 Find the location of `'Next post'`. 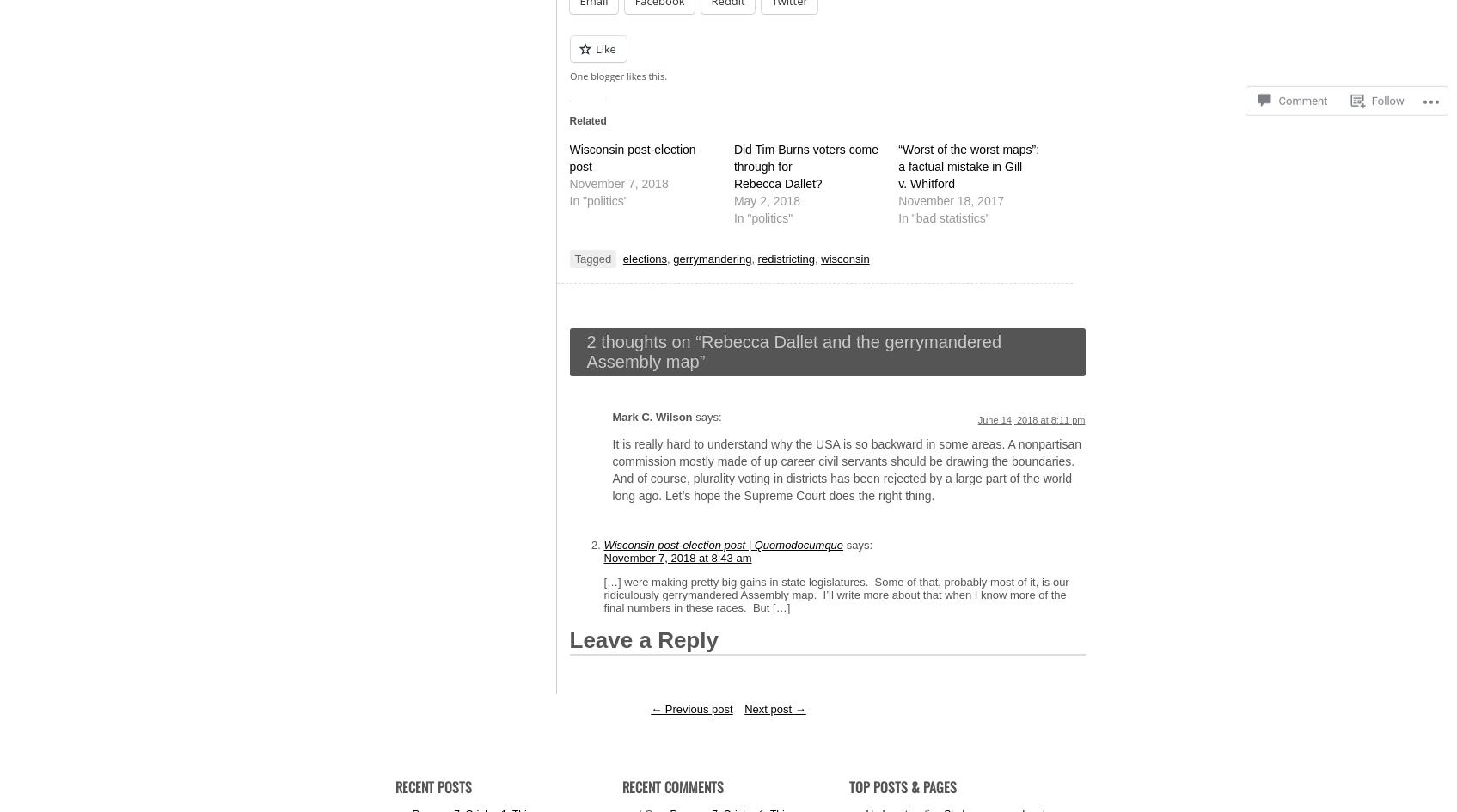

'Next post' is located at coordinates (768, 708).